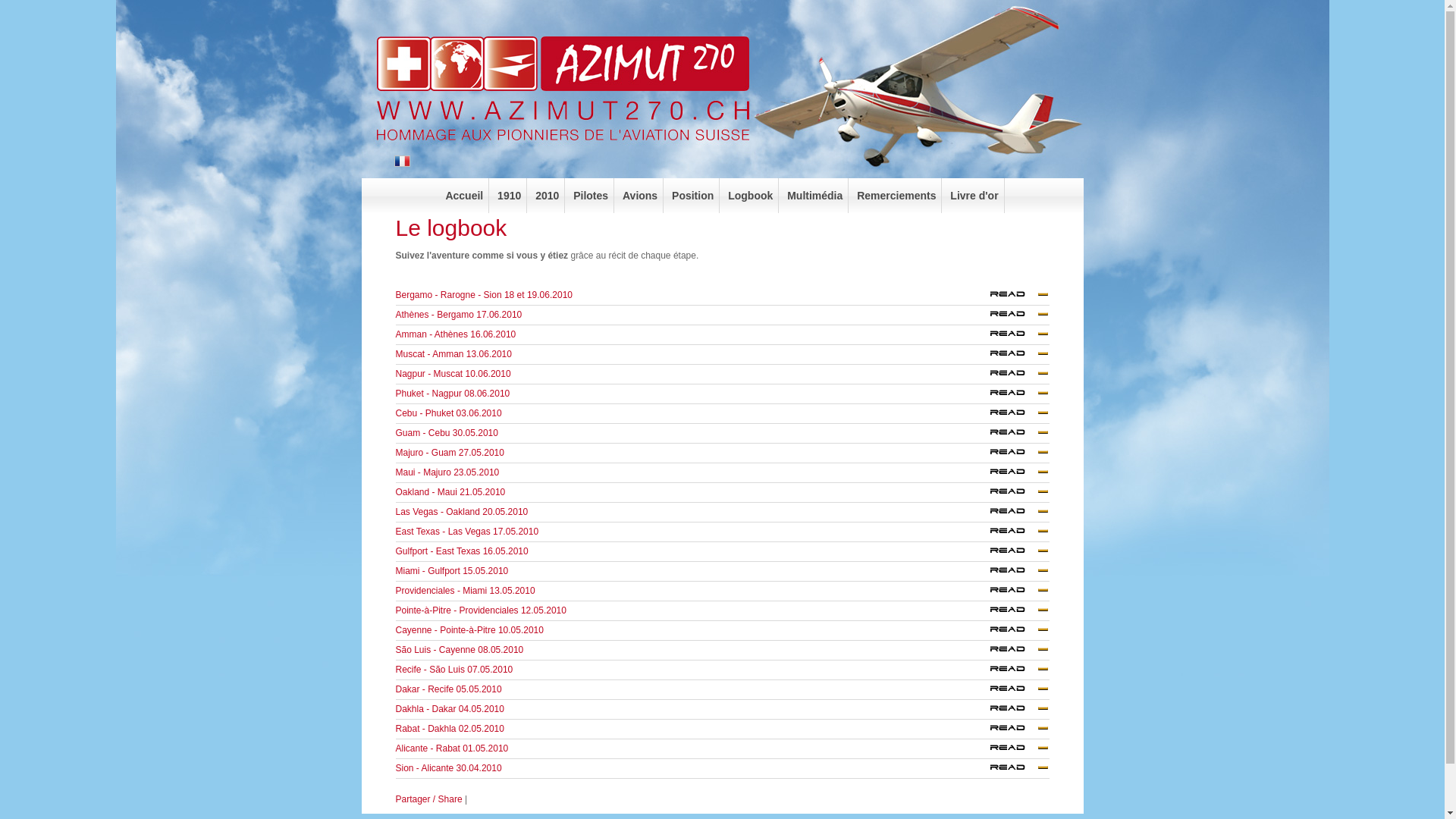 The width and height of the screenshot is (1456, 819). What do you see at coordinates (1015, 768) in the screenshot?
I see `'Sion - Alicante 30.04.2010'` at bounding box center [1015, 768].